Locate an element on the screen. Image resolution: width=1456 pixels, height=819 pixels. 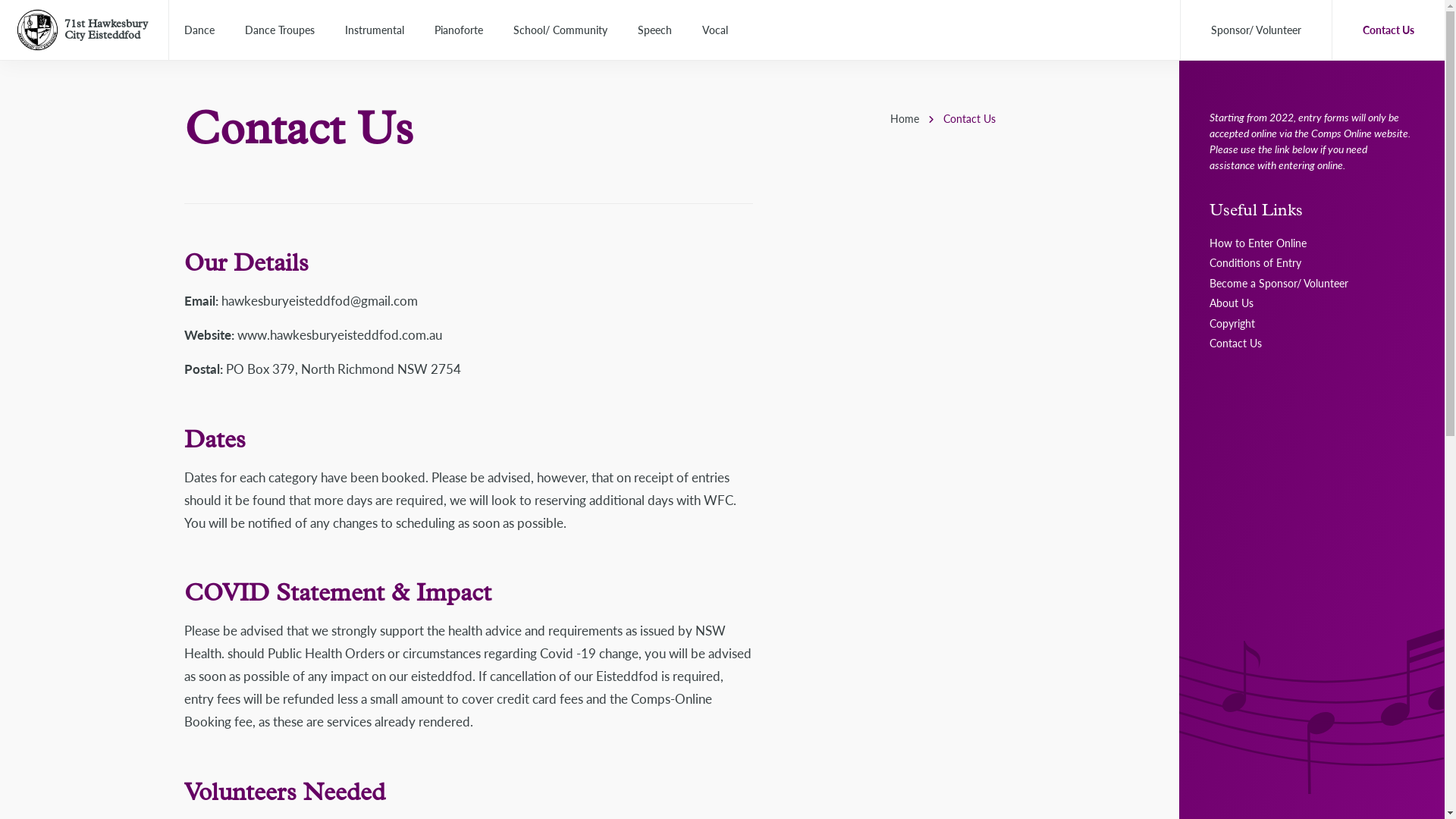
'Contact Us' is located at coordinates (1235, 342).